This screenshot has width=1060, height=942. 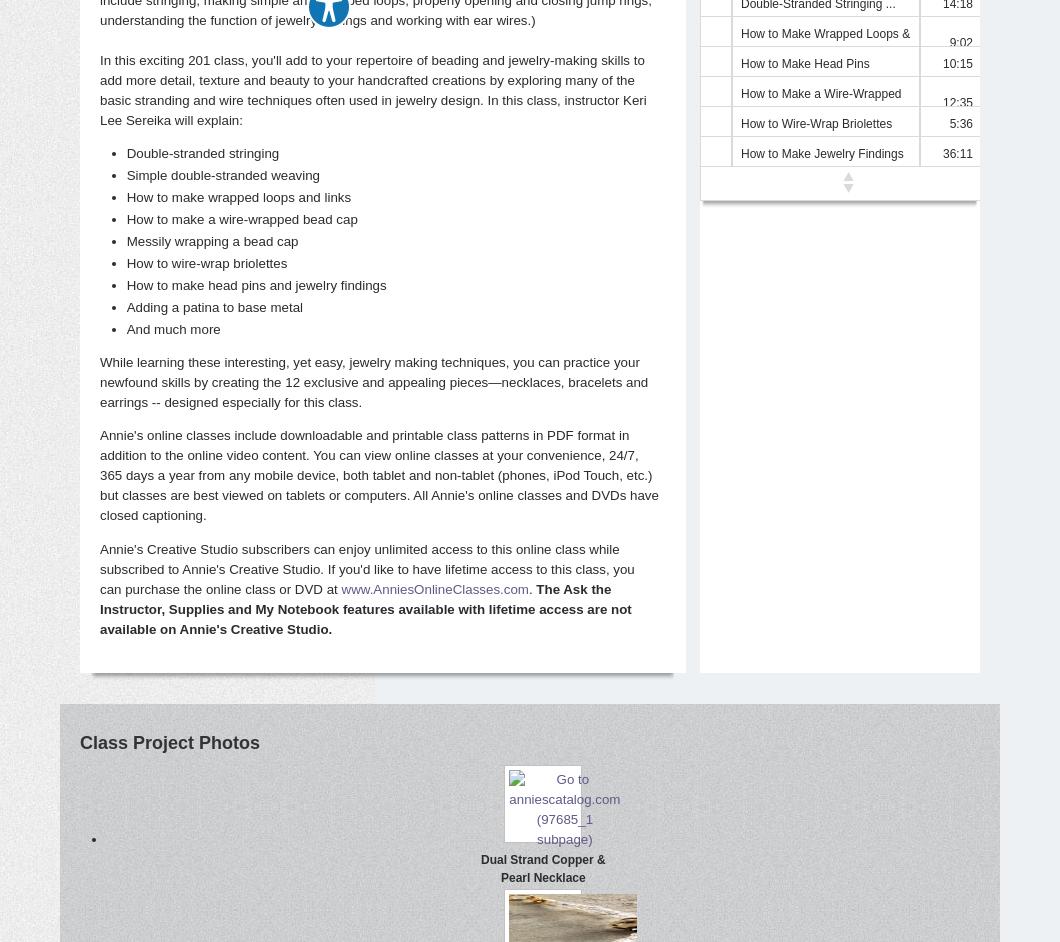 What do you see at coordinates (542, 868) in the screenshot?
I see `'Dual Strand Copper & Pearl Necklace'` at bounding box center [542, 868].